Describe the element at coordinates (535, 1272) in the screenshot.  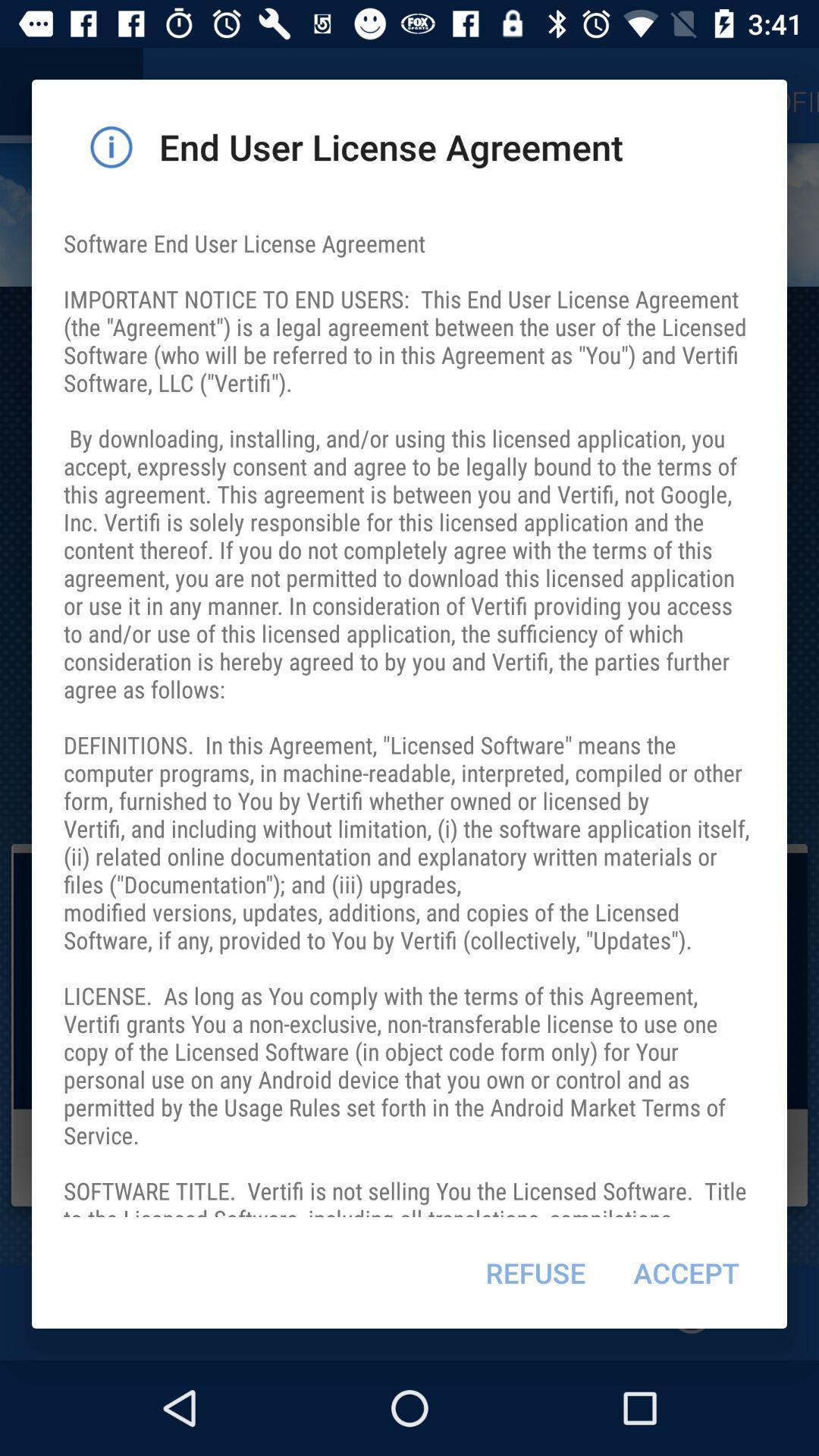
I see `icon to the left of accept` at that location.